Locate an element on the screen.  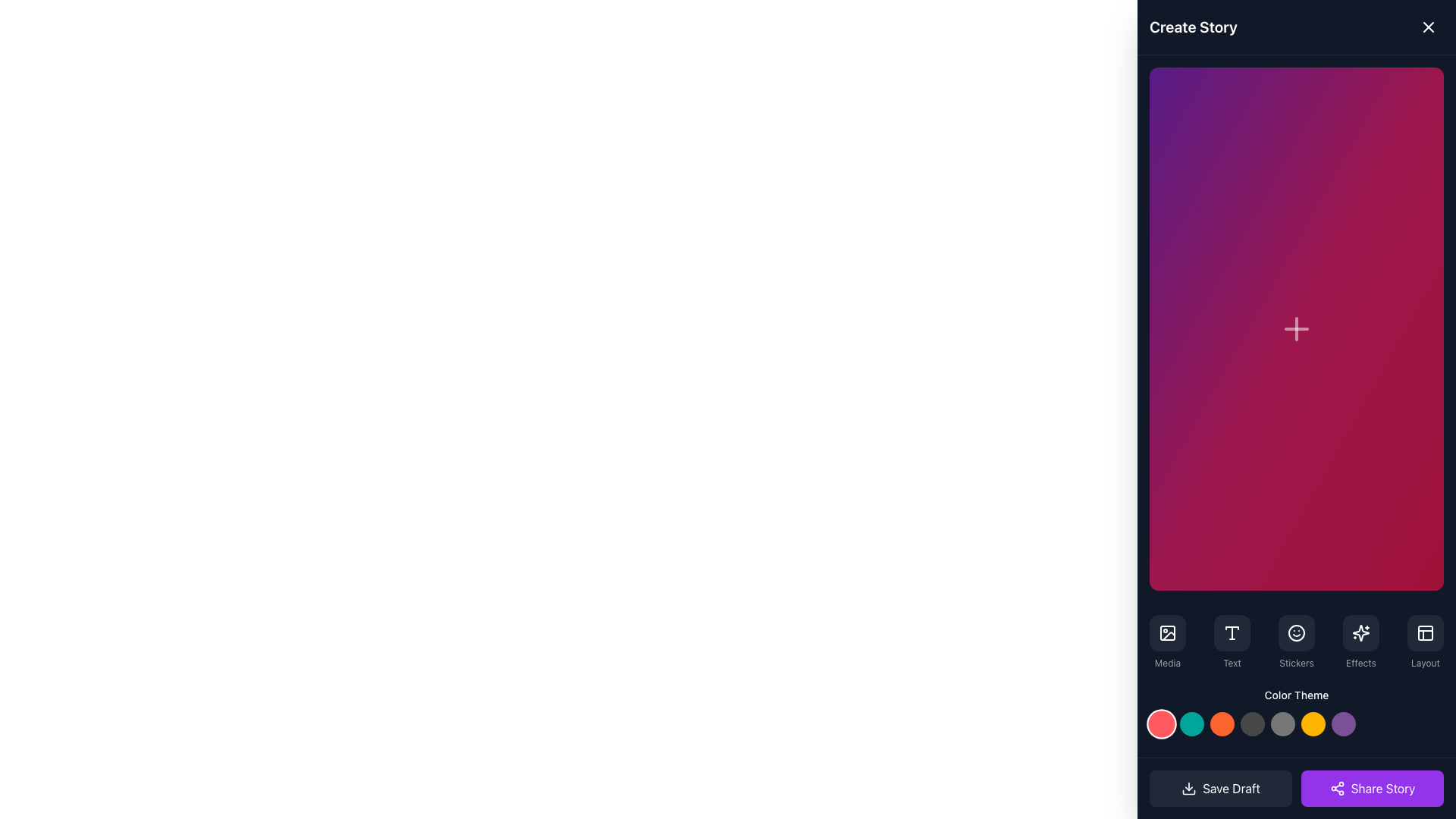
the square button with rounded corners and a dark gray background, which contains a white sparkles icon, located in the 'Effects' section of the interface is located at coordinates (1361, 632).